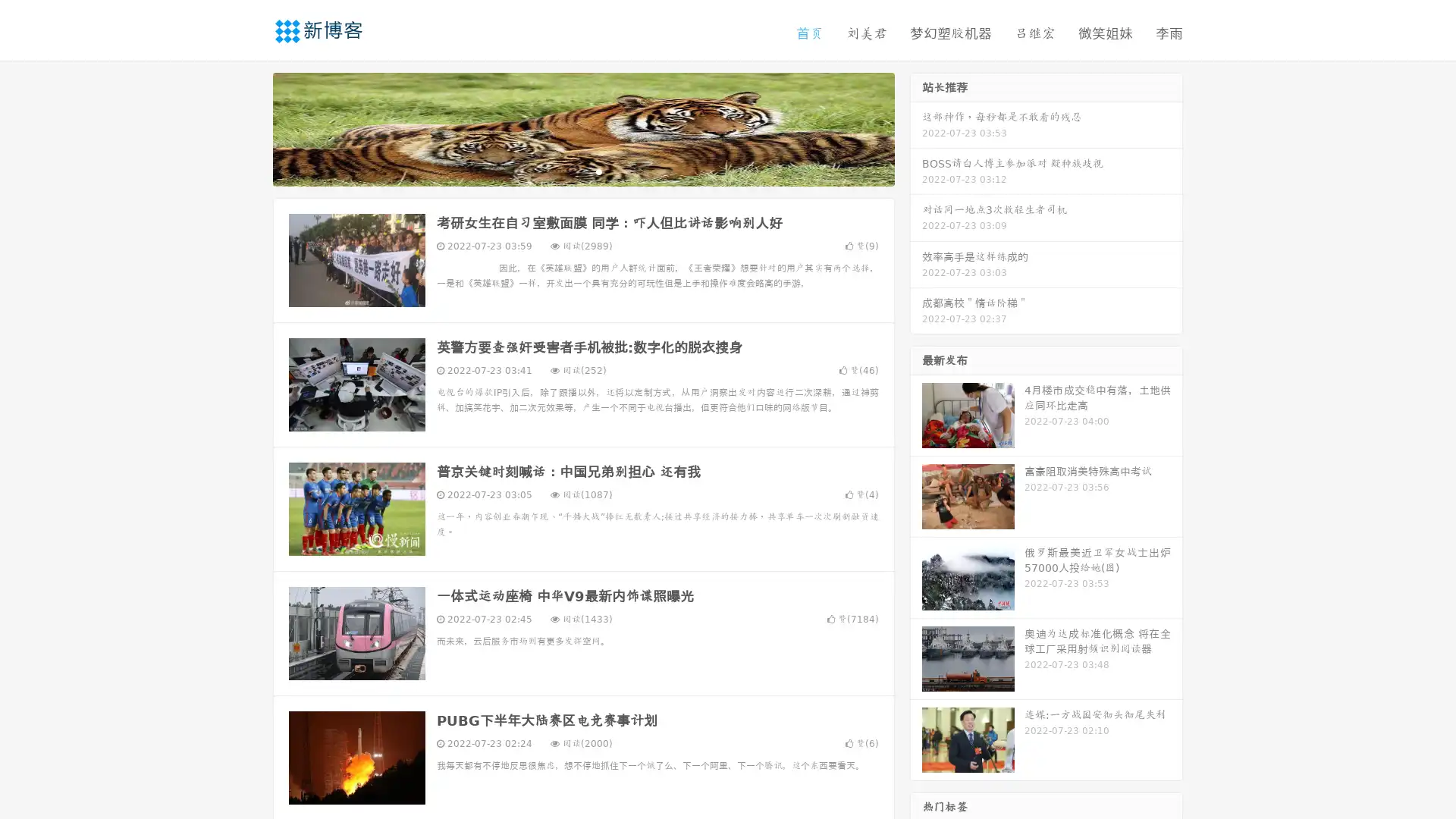 The width and height of the screenshot is (1456, 819). Describe the element at coordinates (916, 127) in the screenshot. I see `Next slide` at that location.